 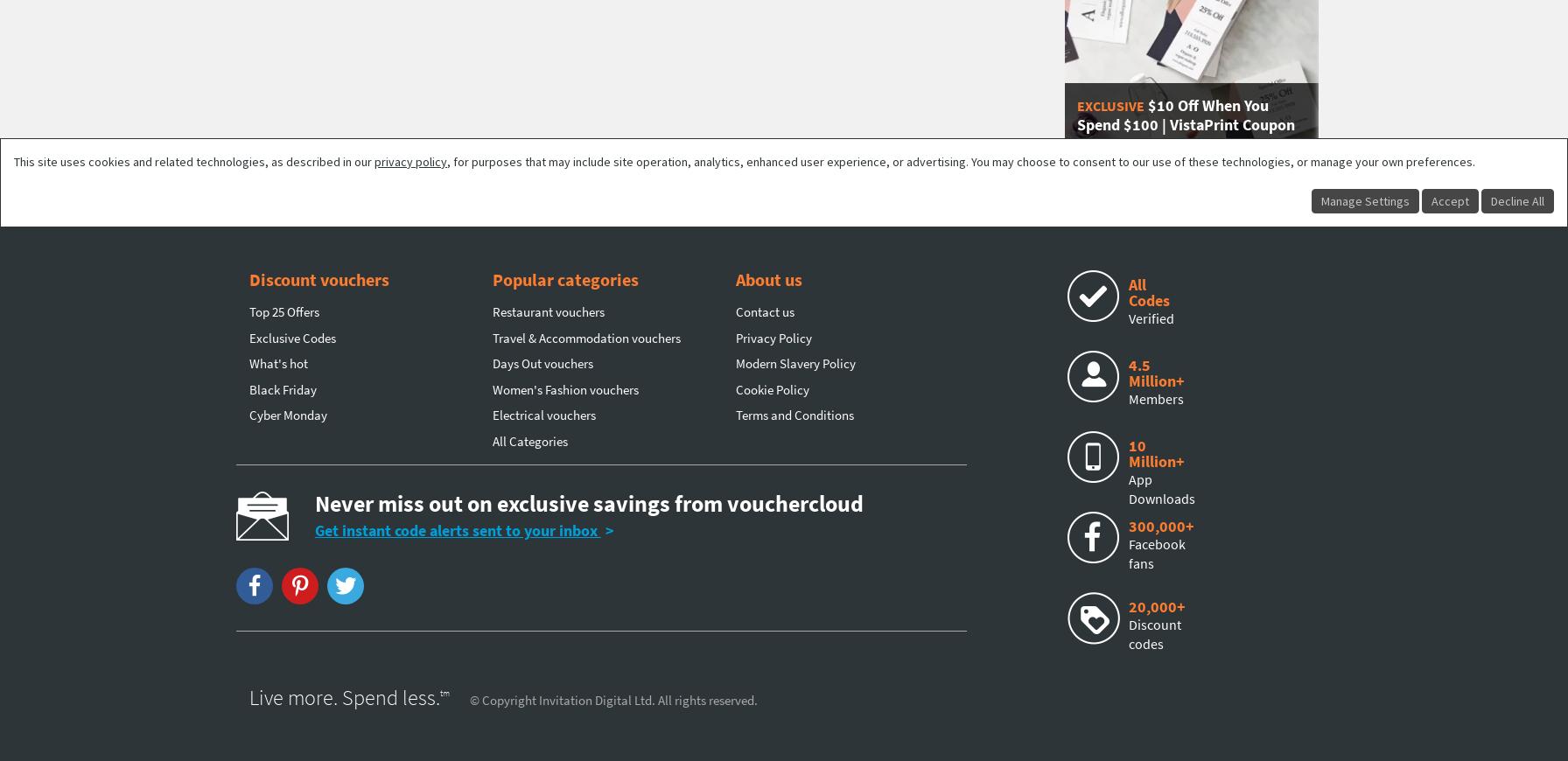 I want to click on 'Travel & Accommodation vouchers', so click(x=586, y=337).